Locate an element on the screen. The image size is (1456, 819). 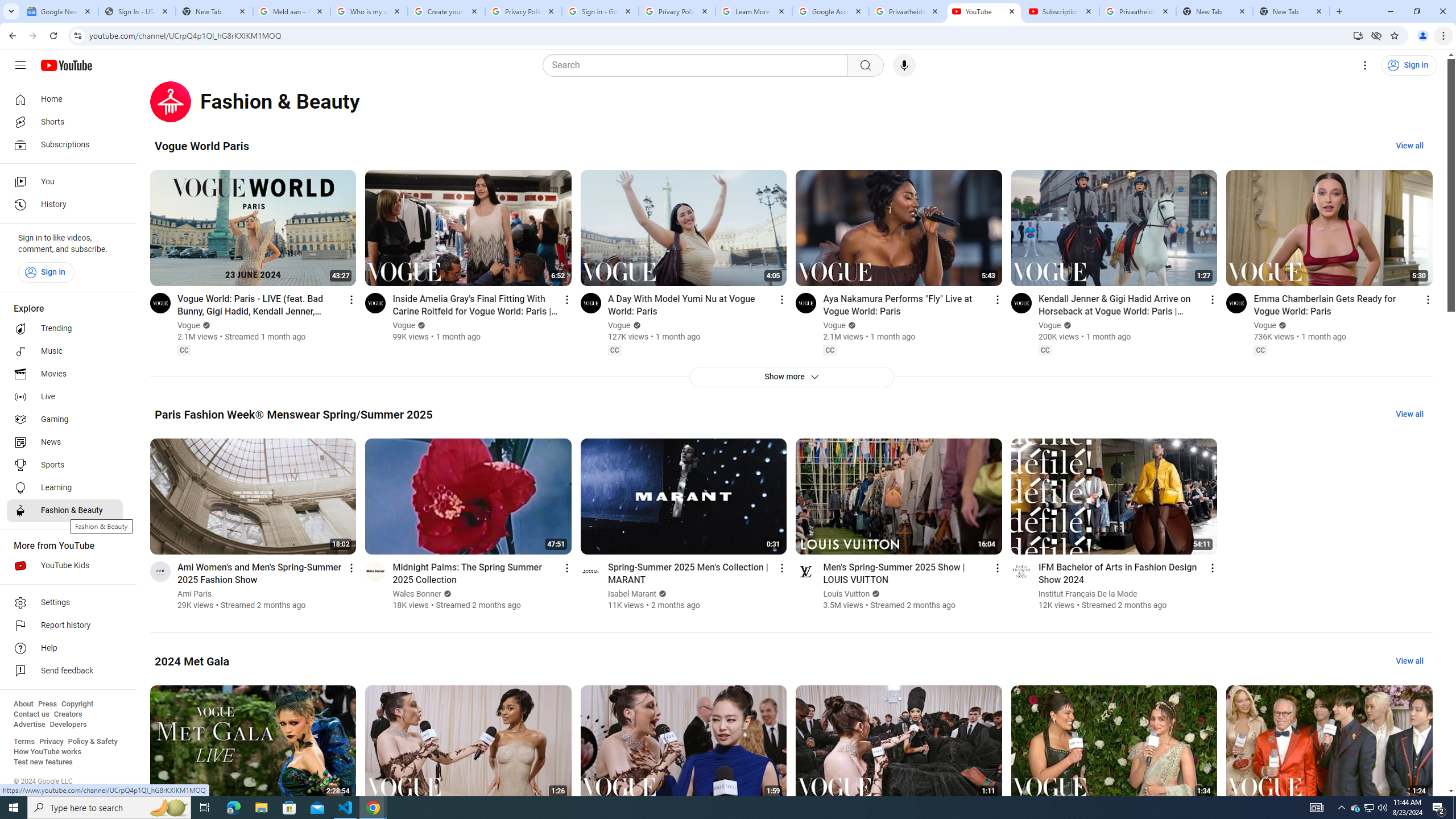
'Report history' is located at coordinates (64, 625).